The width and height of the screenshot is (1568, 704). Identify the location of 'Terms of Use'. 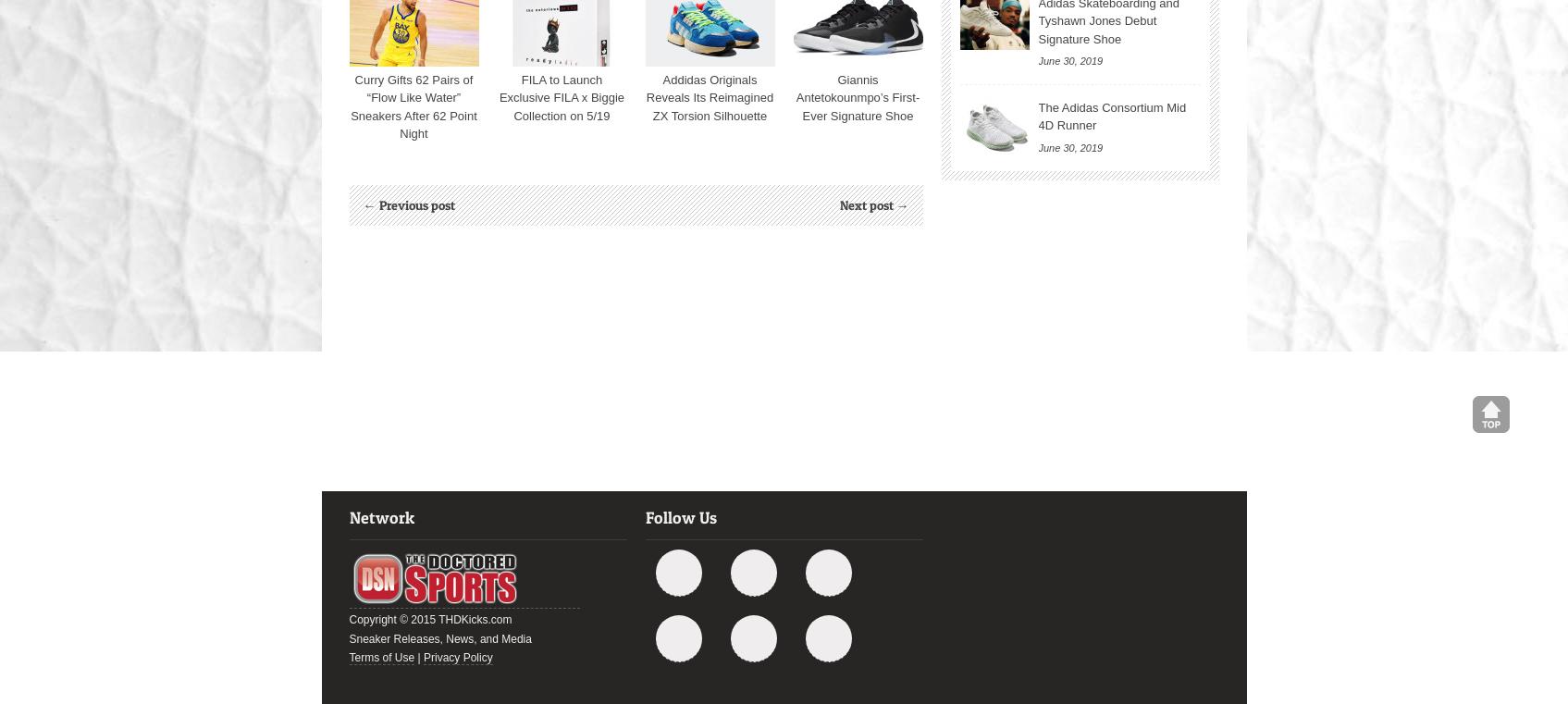
(347, 658).